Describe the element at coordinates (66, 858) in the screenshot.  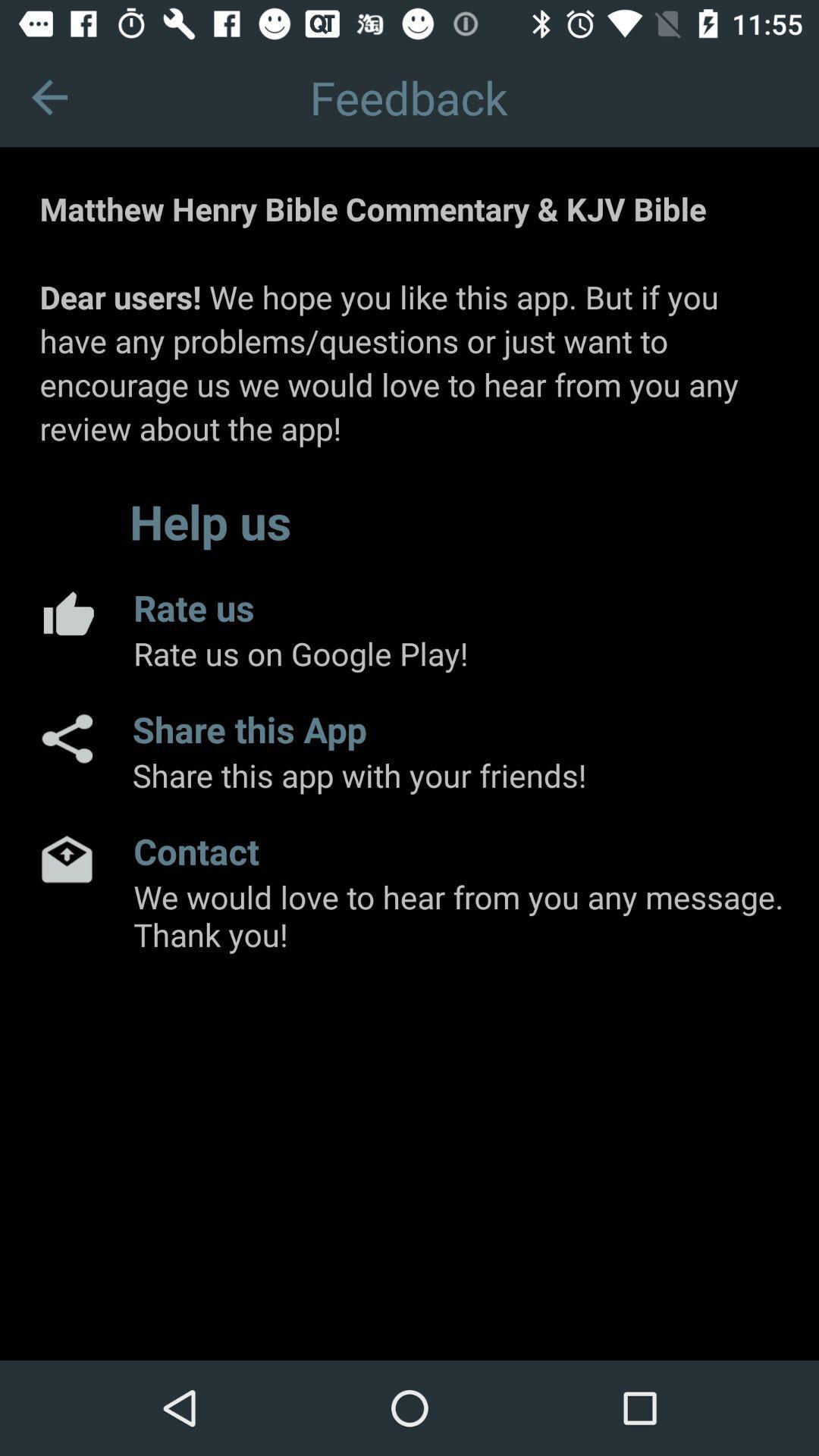
I see `app to the left of contact item` at that location.